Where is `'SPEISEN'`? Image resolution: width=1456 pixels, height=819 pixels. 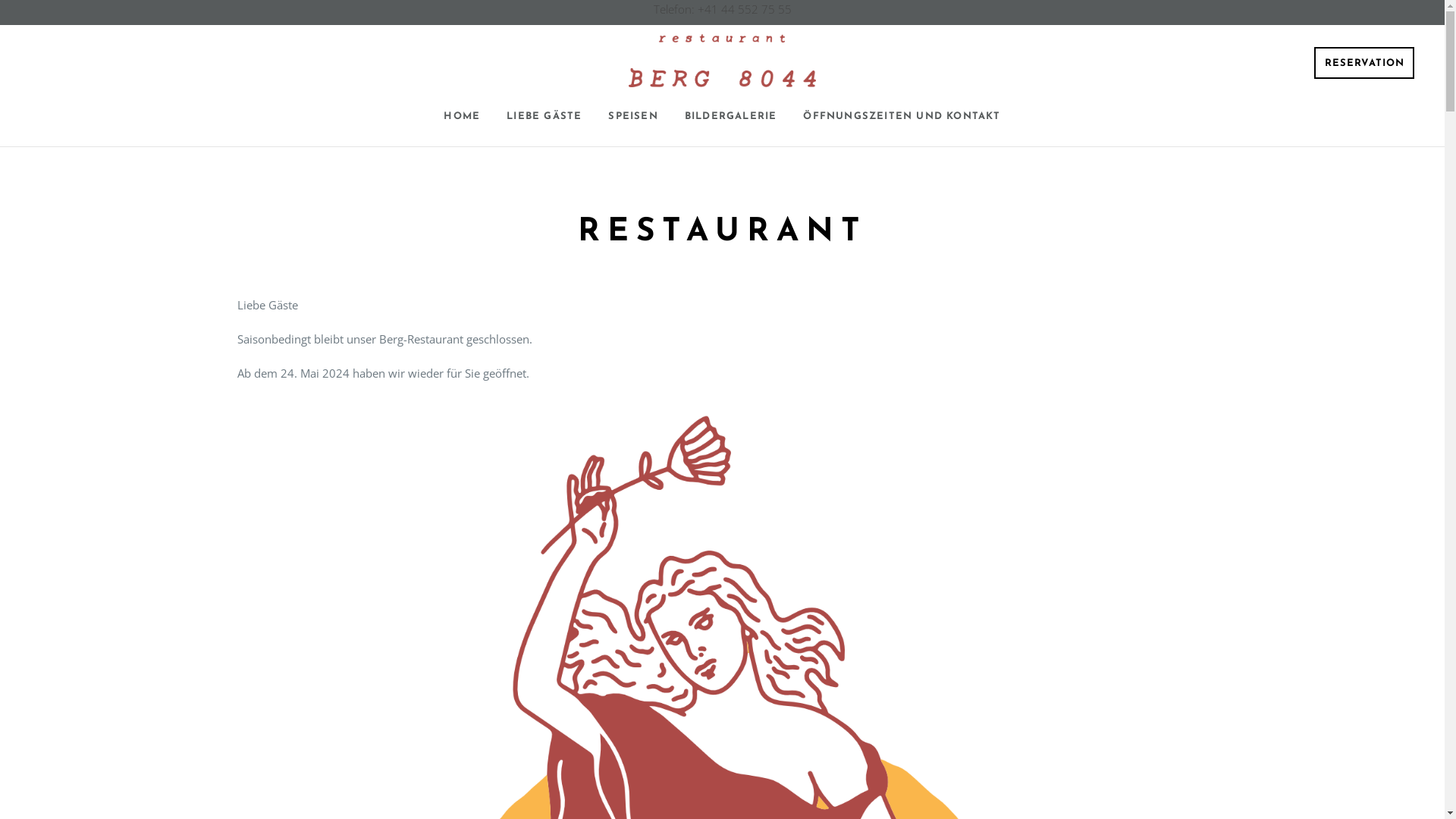 'SPEISEN' is located at coordinates (632, 116).